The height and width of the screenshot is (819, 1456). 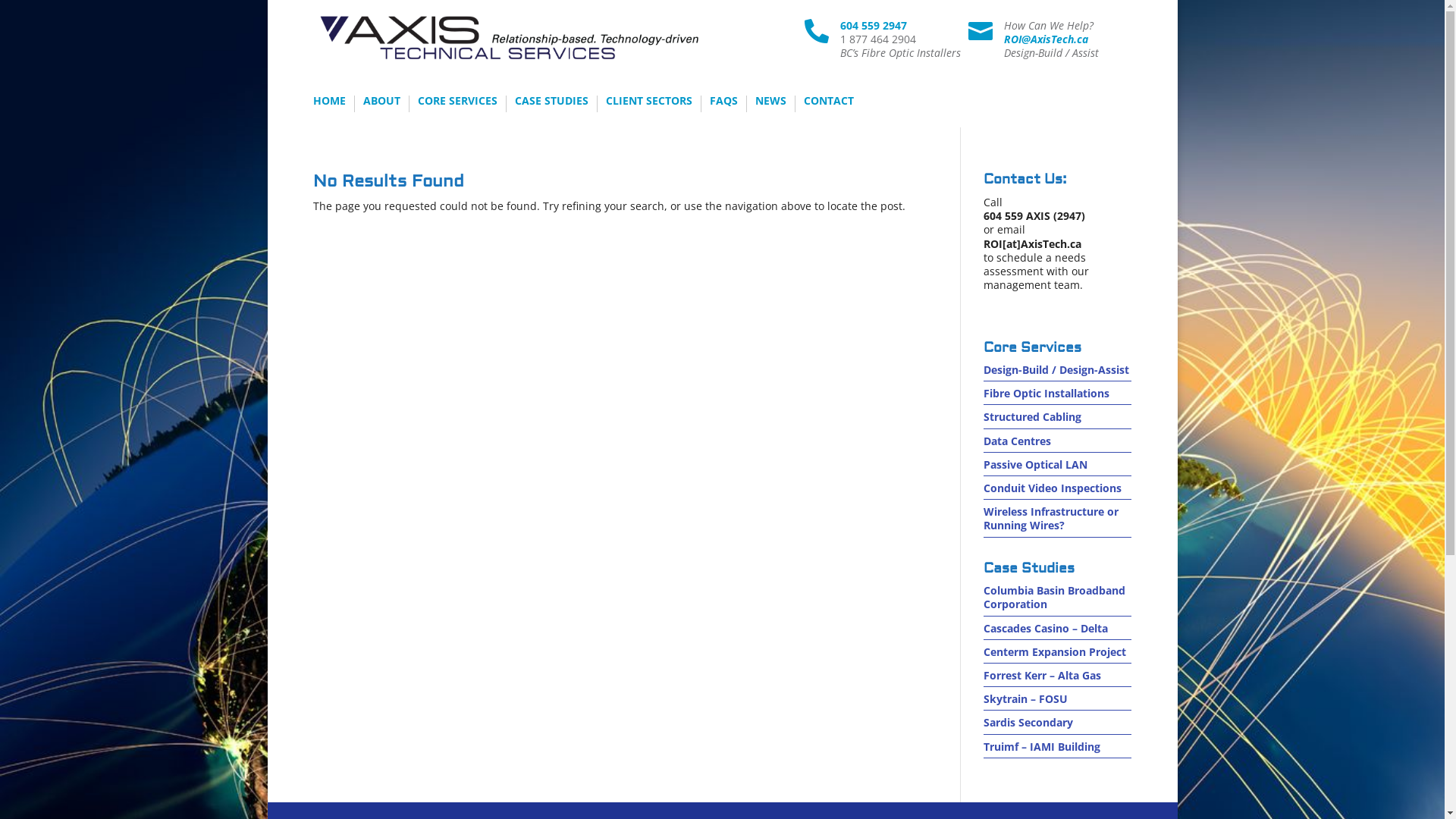 What do you see at coordinates (1045, 38) in the screenshot?
I see `'ROI@AxisTech.ca'` at bounding box center [1045, 38].